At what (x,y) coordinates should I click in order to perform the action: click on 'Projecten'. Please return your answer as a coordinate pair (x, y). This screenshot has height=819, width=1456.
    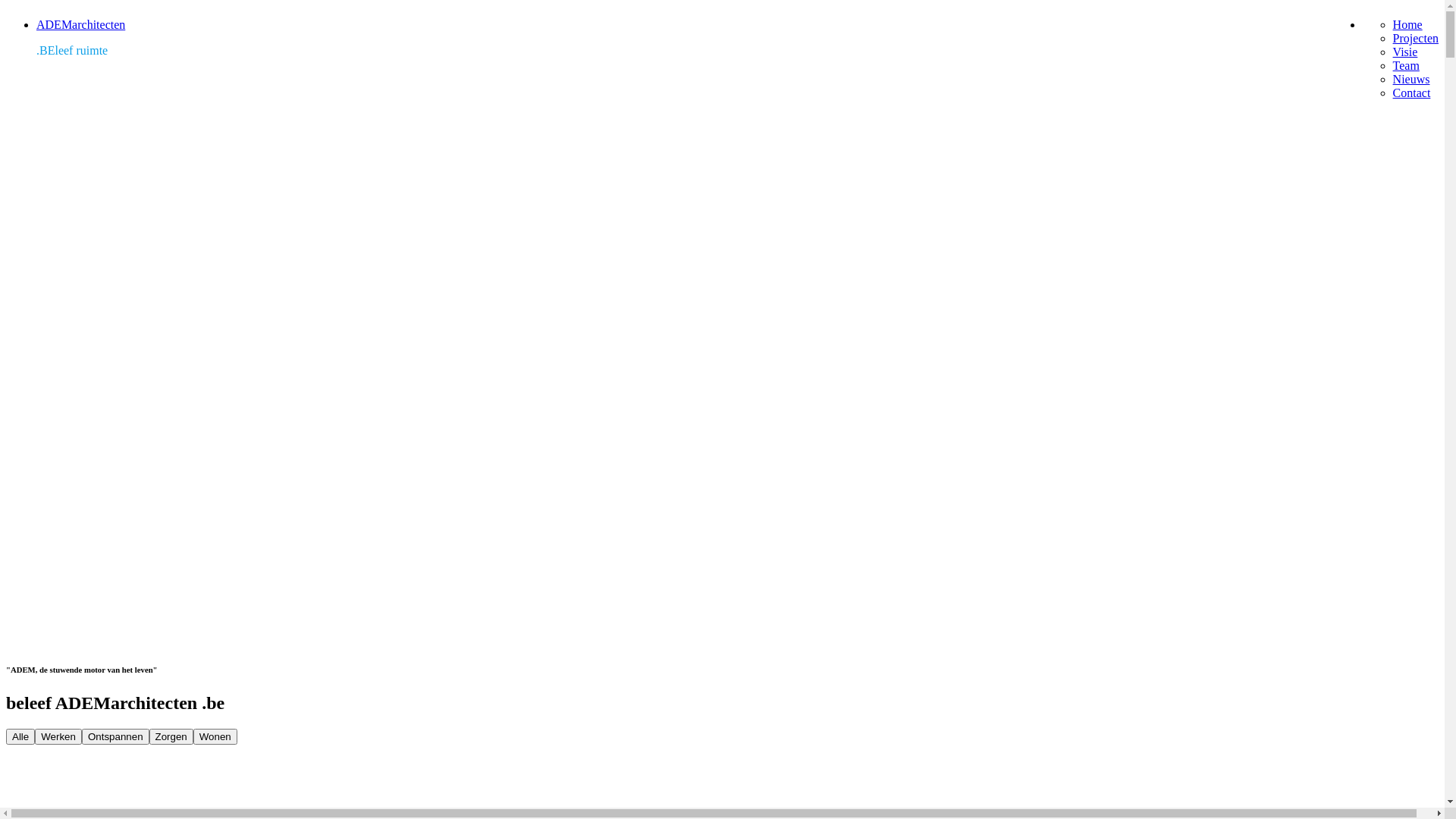
    Looking at the image, I should click on (1415, 37).